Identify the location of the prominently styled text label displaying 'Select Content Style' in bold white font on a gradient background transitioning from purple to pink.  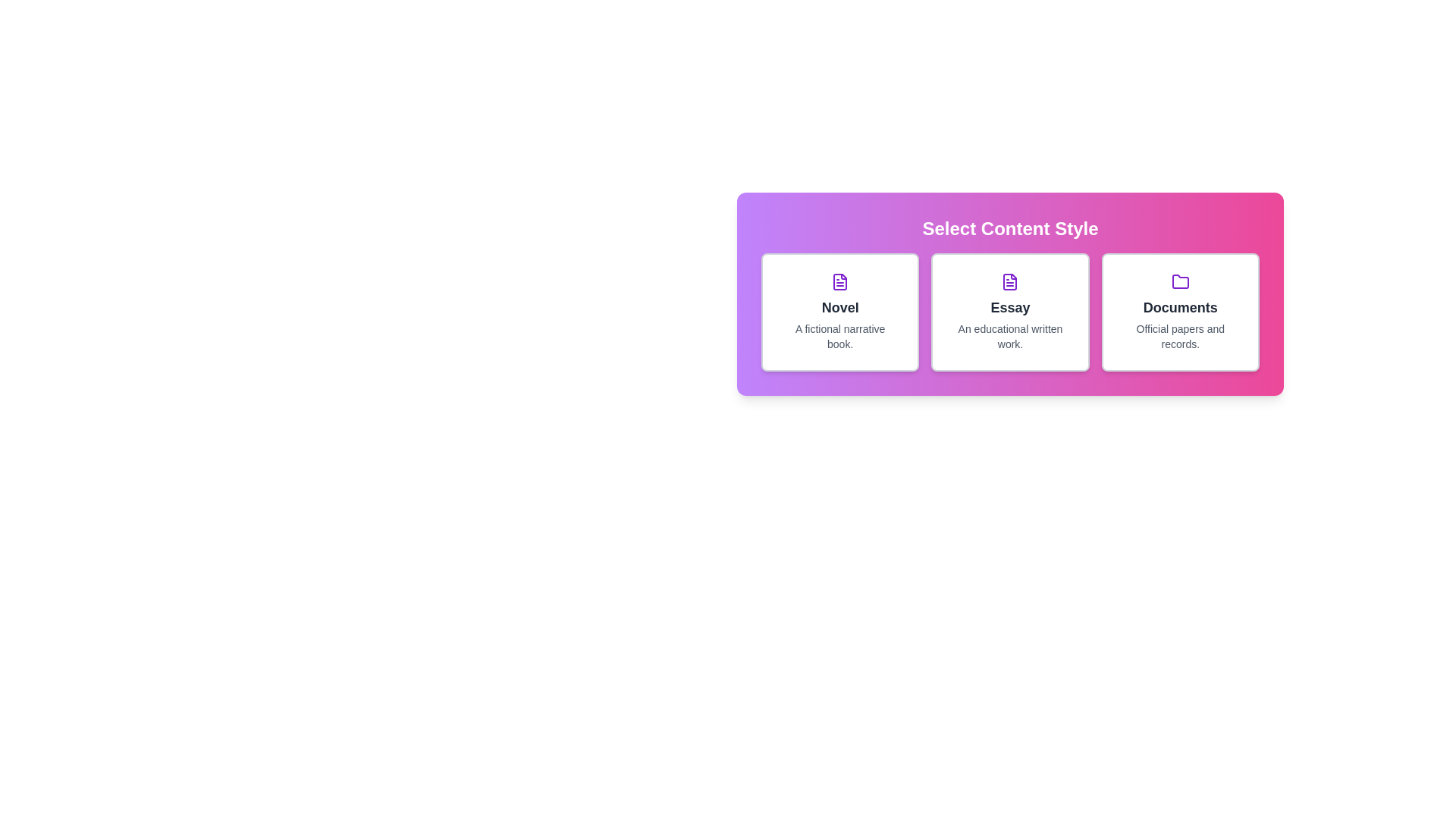
(1010, 228).